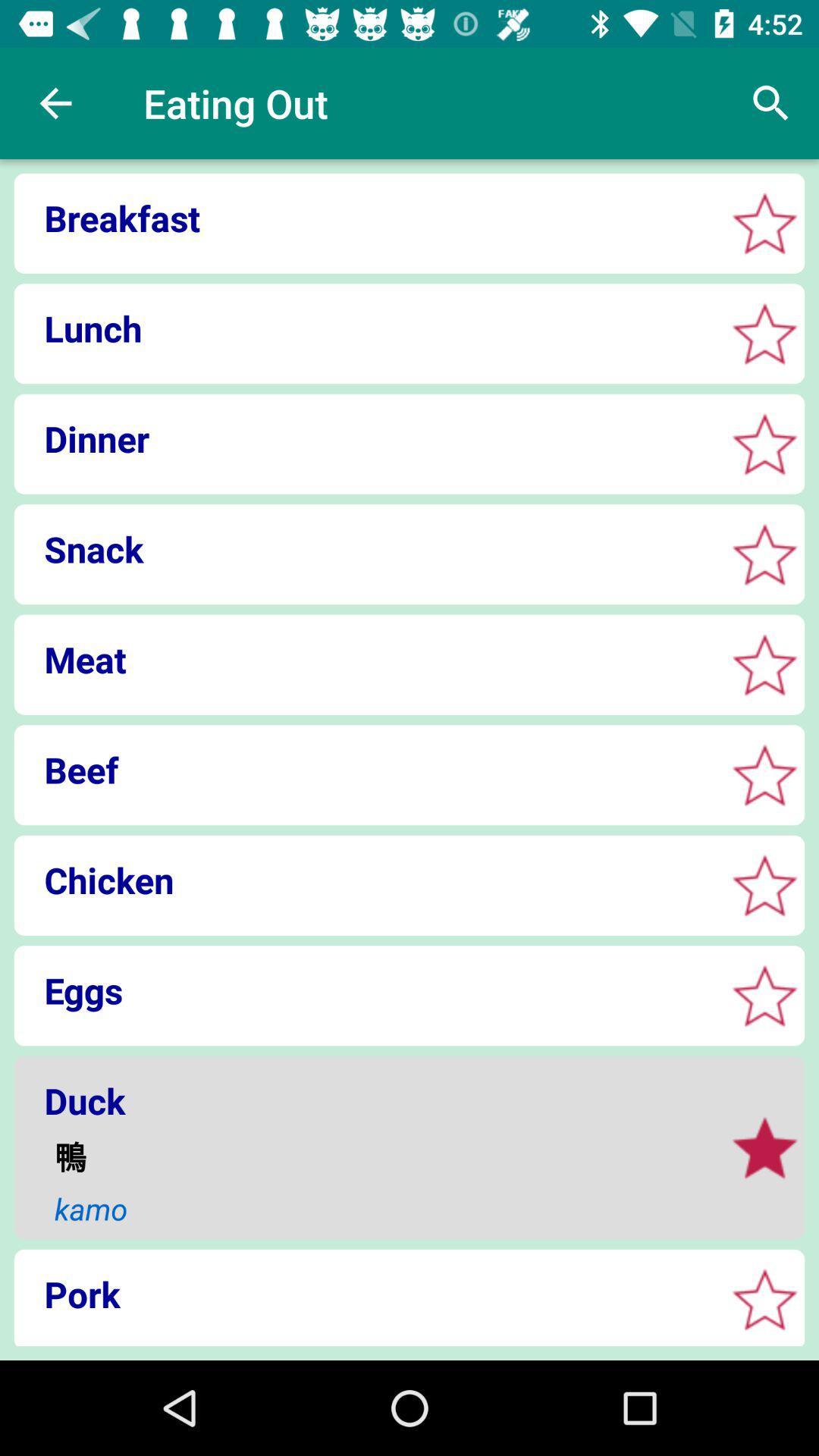 The width and height of the screenshot is (819, 1456). I want to click on the icon above beef, so click(365, 659).